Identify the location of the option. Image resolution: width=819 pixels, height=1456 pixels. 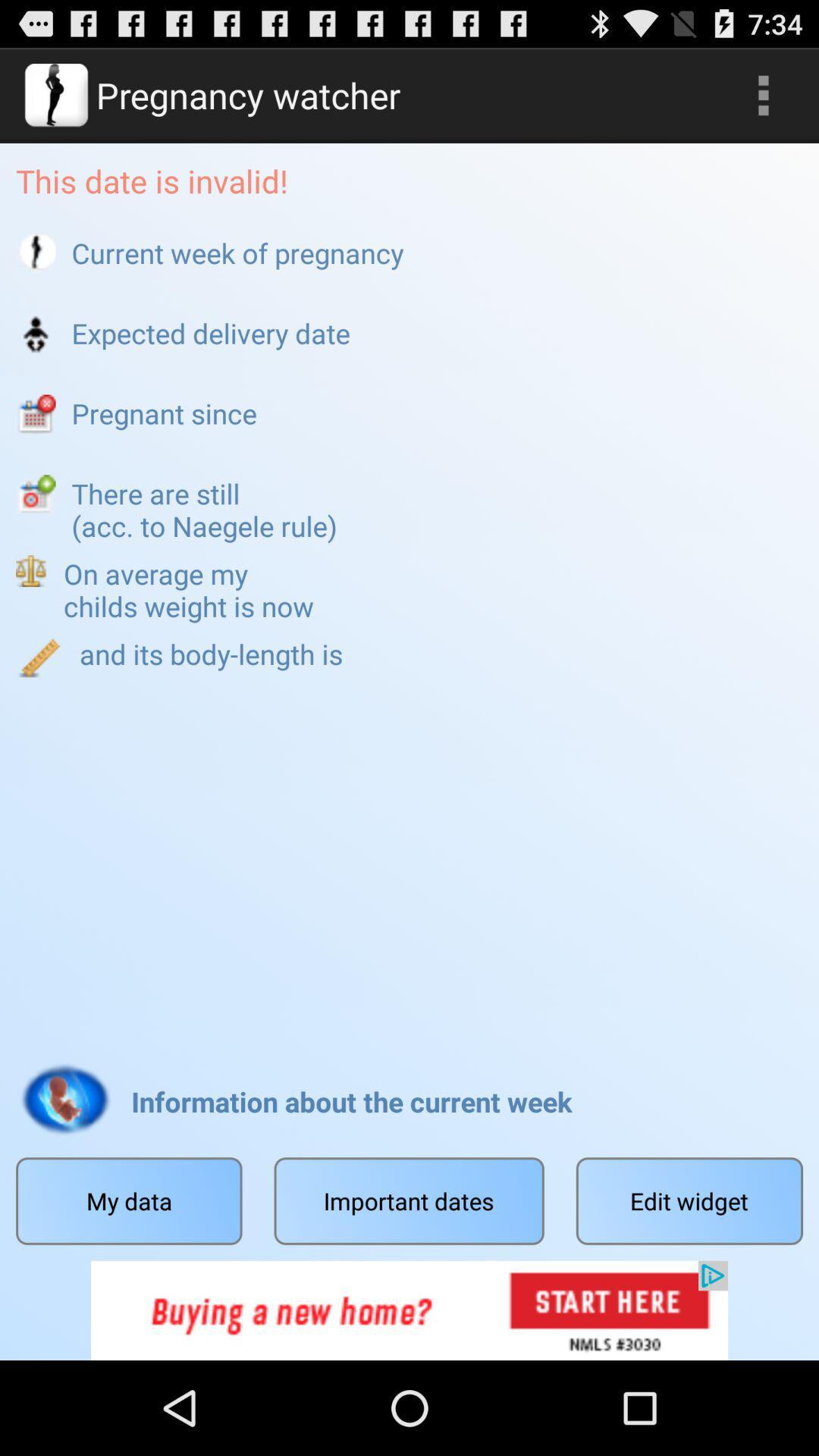
(409, 1310).